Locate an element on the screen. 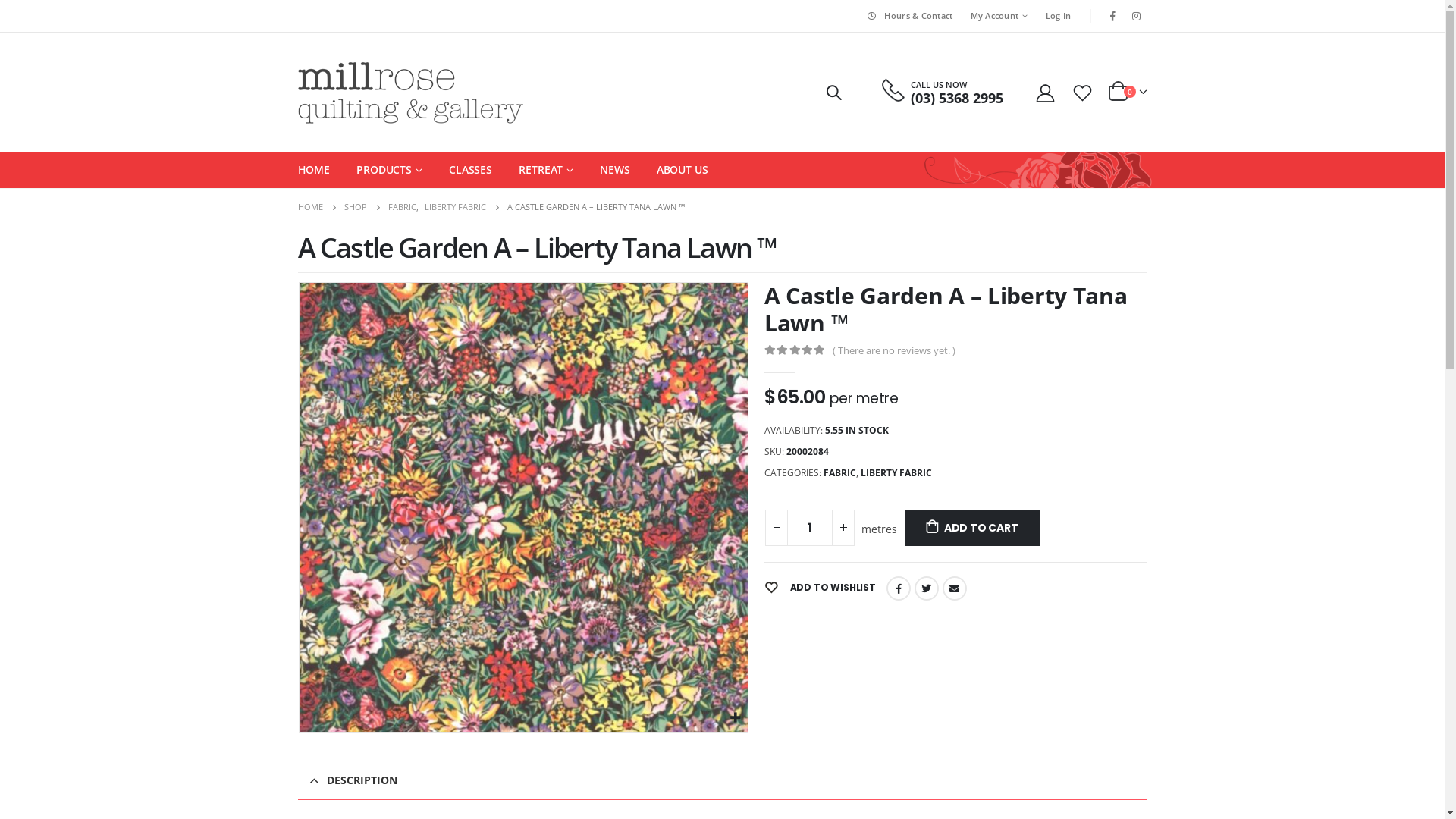 This screenshot has height=819, width=1456. 'Wishlist' is located at coordinates (1081, 92).